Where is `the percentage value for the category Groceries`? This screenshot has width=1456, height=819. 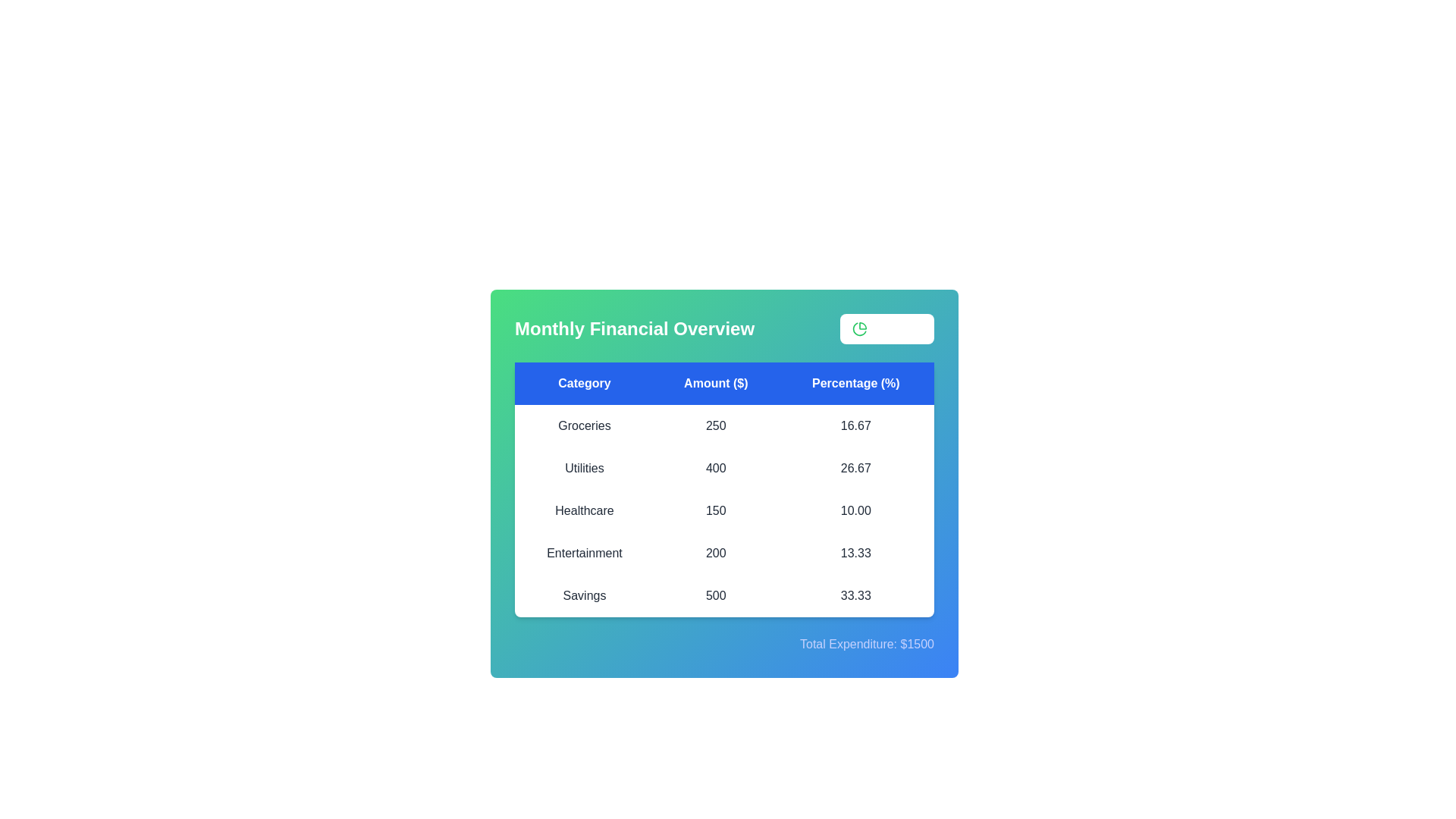
the percentage value for the category Groceries is located at coordinates (855, 426).